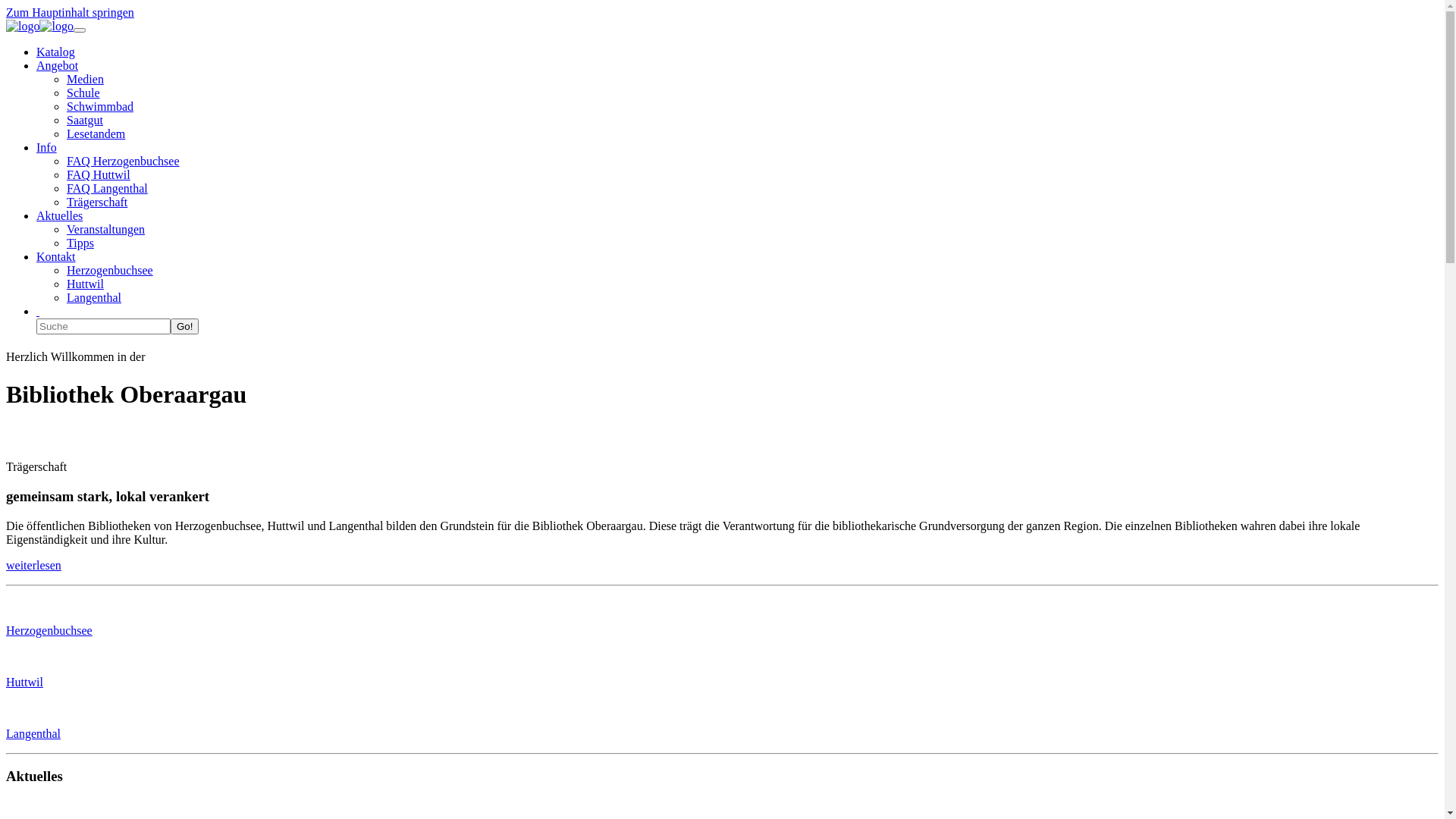 This screenshot has height=819, width=1456. I want to click on 'Herzogenbuchsee', so click(49, 630).